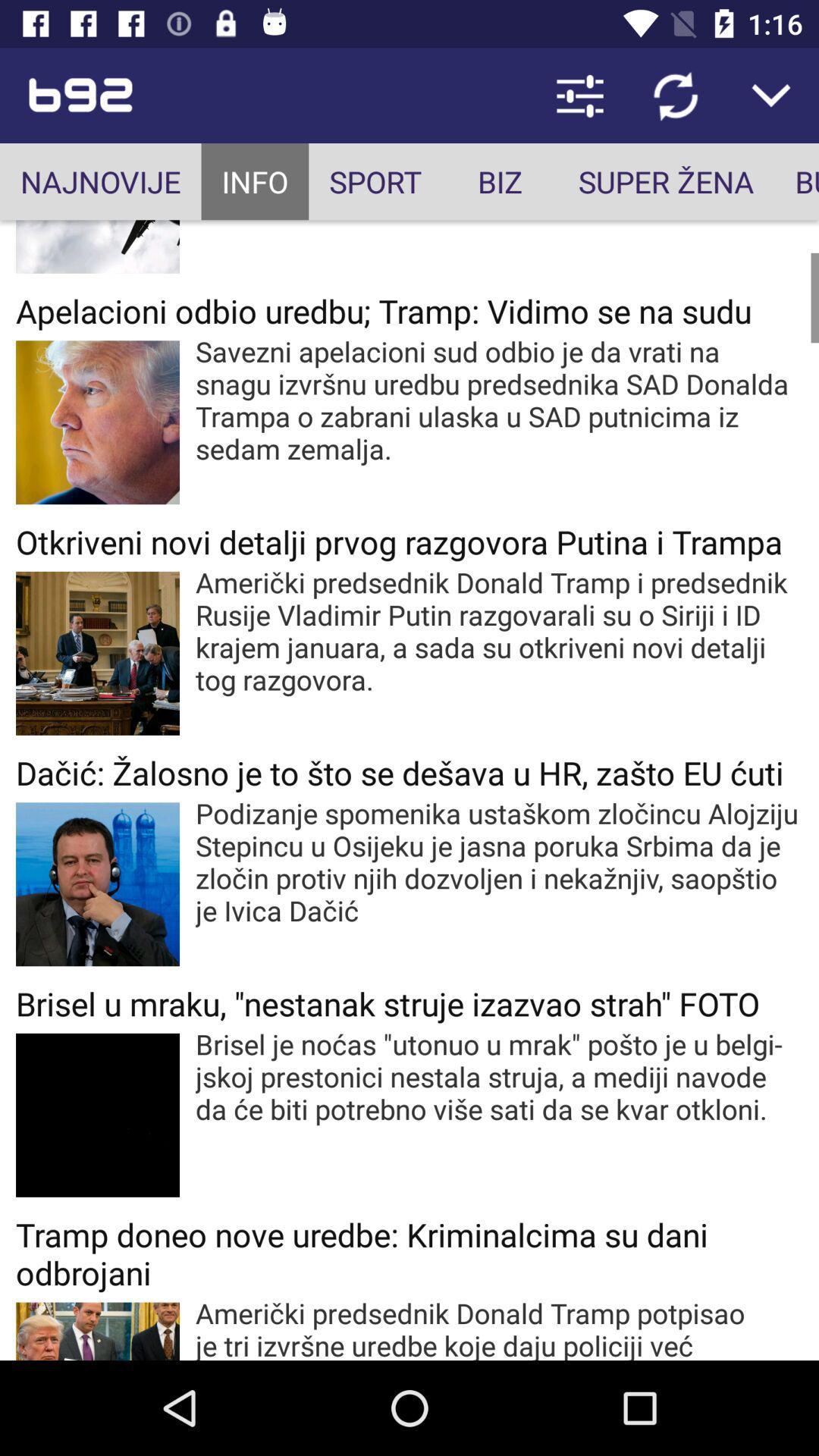 The width and height of the screenshot is (819, 1456). What do you see at coordinates (675, 94) in the screenshot?
I see `the refresh icon` at bounding box center [675, 94].